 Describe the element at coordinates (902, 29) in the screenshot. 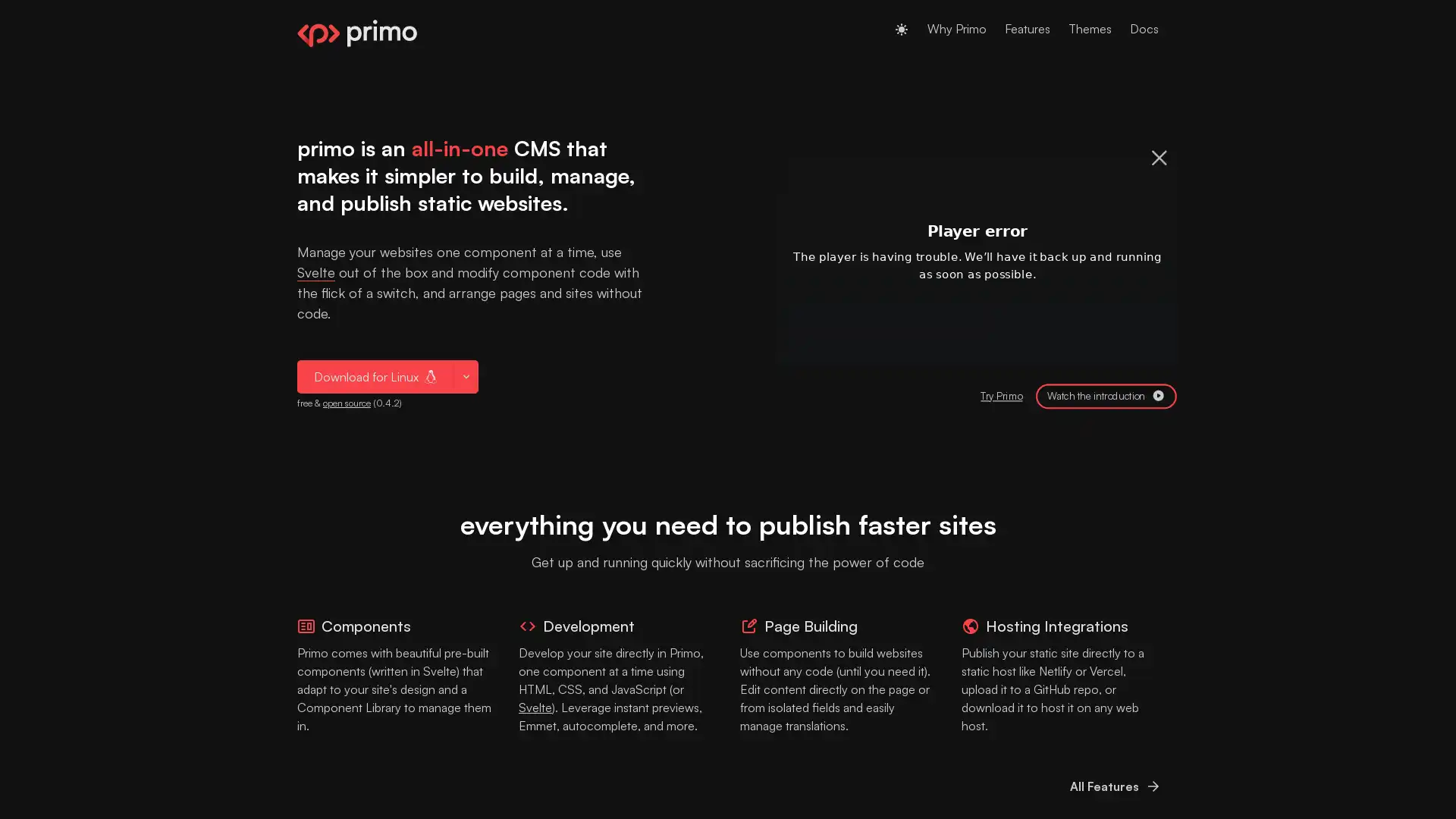

I see `Toggle dark mode` at that location.